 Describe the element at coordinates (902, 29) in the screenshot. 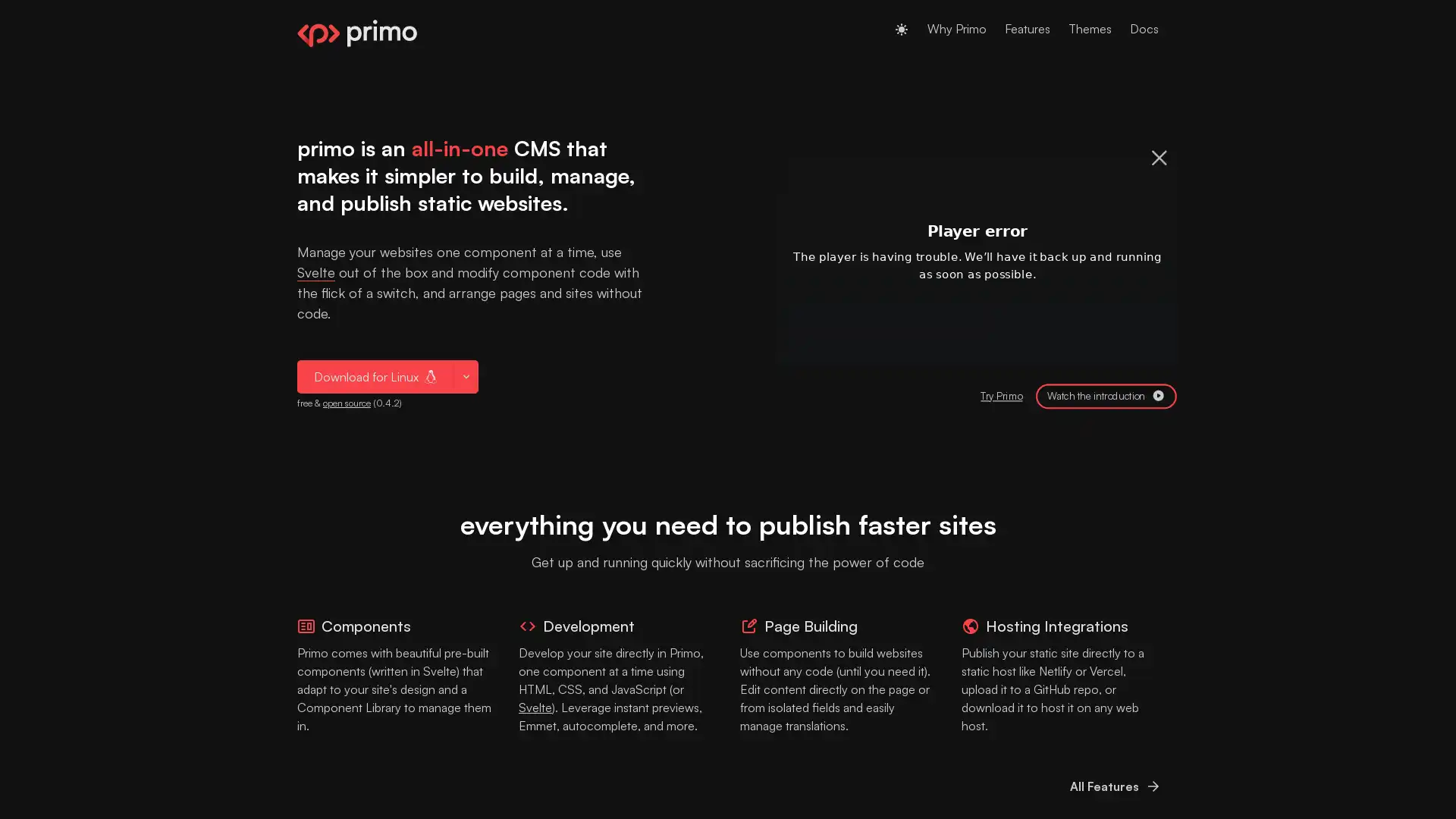

I see `Toggle dark mode` at that location.